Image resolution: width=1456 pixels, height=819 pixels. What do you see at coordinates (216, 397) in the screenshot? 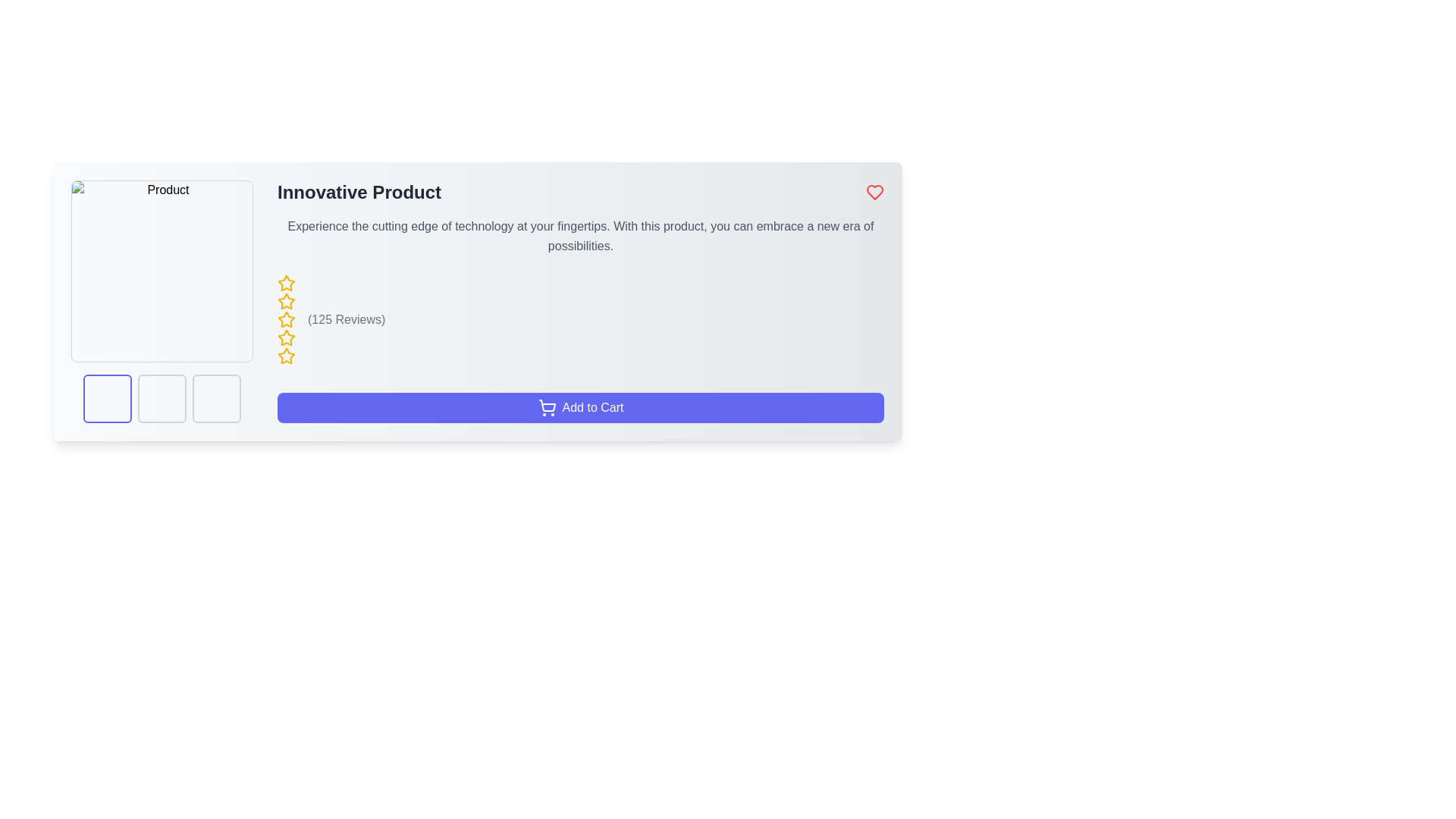
I see `the rightmost clickable square box, which is part of a group of three horizontally arranged square boxes` at bounding box center [216, 397].